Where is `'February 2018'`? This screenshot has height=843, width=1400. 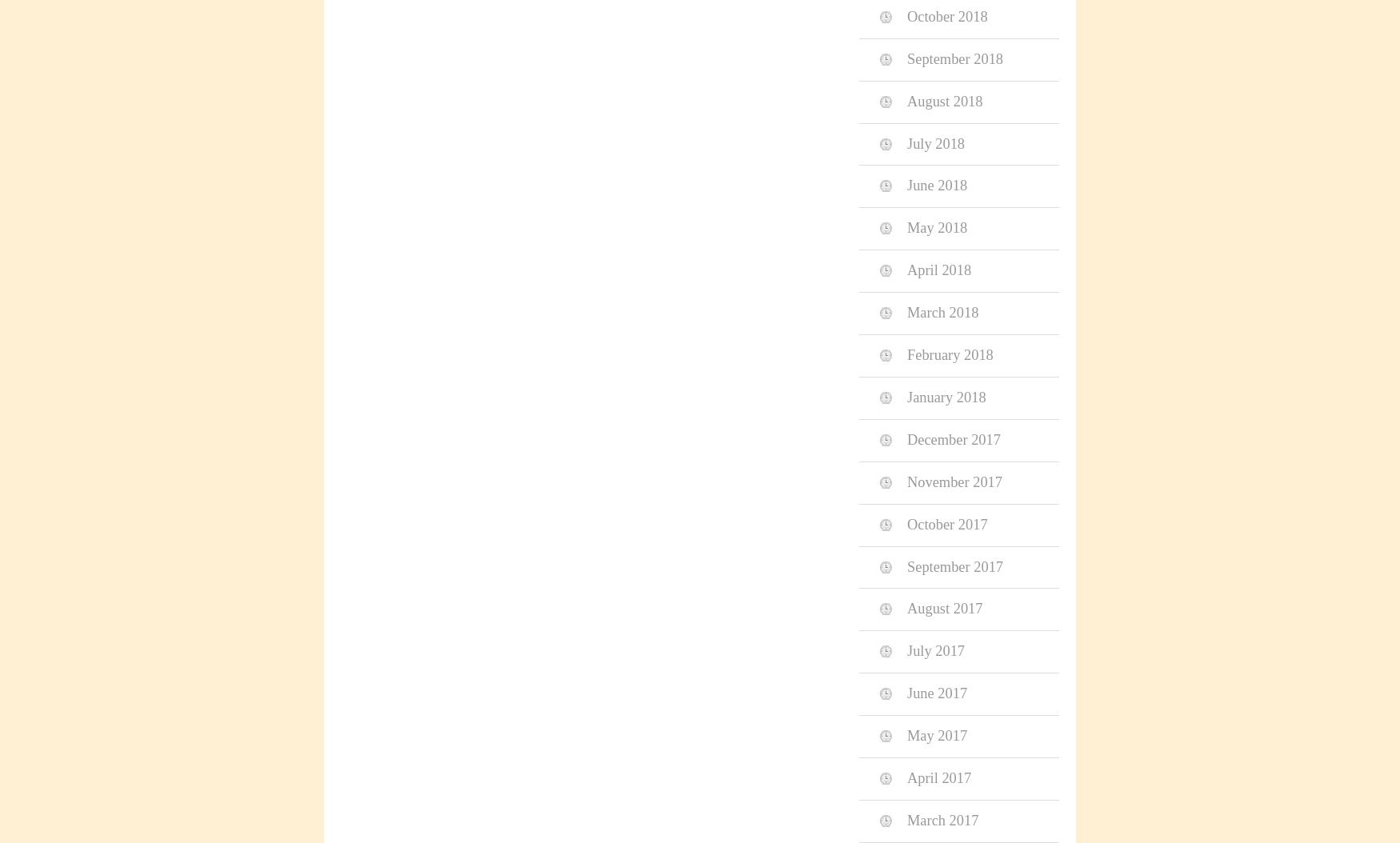
'February 2018' is located at coordinates (949, 355).